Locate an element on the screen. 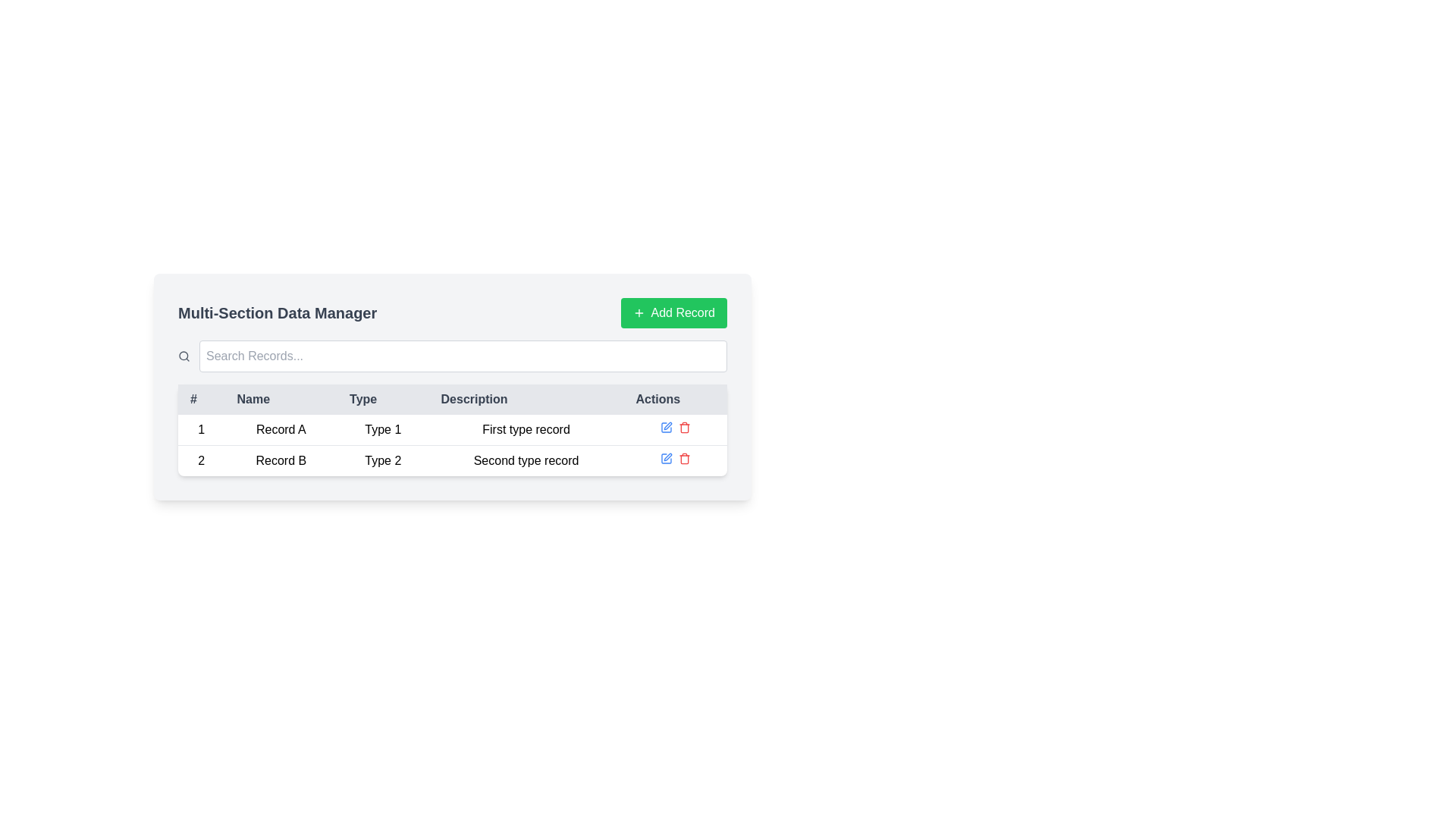  the small search icon located in the top-left portion of the panel, positioned to the left of the 'Search Records...' input box is located at coordinates (184, 356).